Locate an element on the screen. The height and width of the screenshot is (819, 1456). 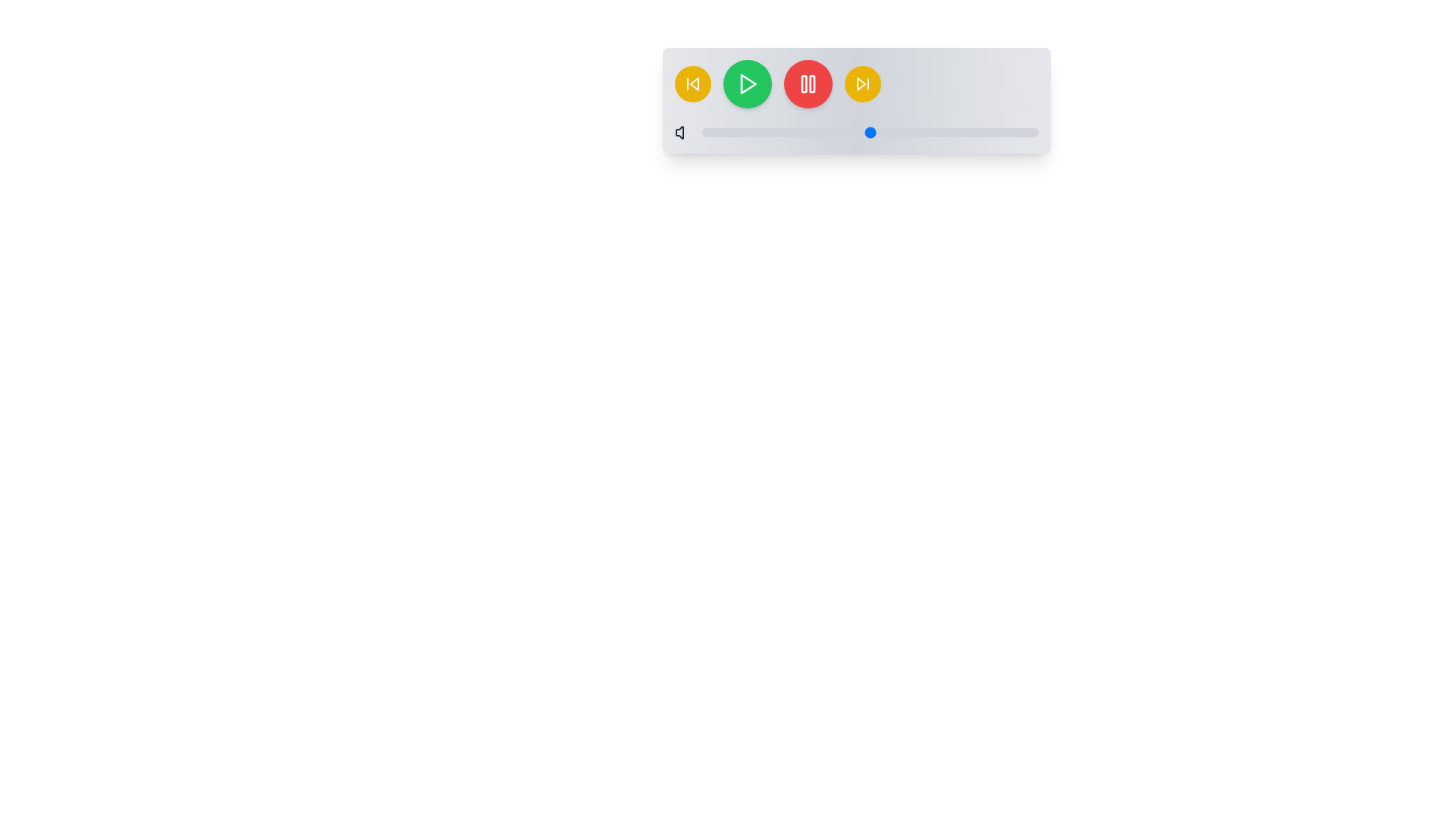
the slider is located at coordinates (815, 131).